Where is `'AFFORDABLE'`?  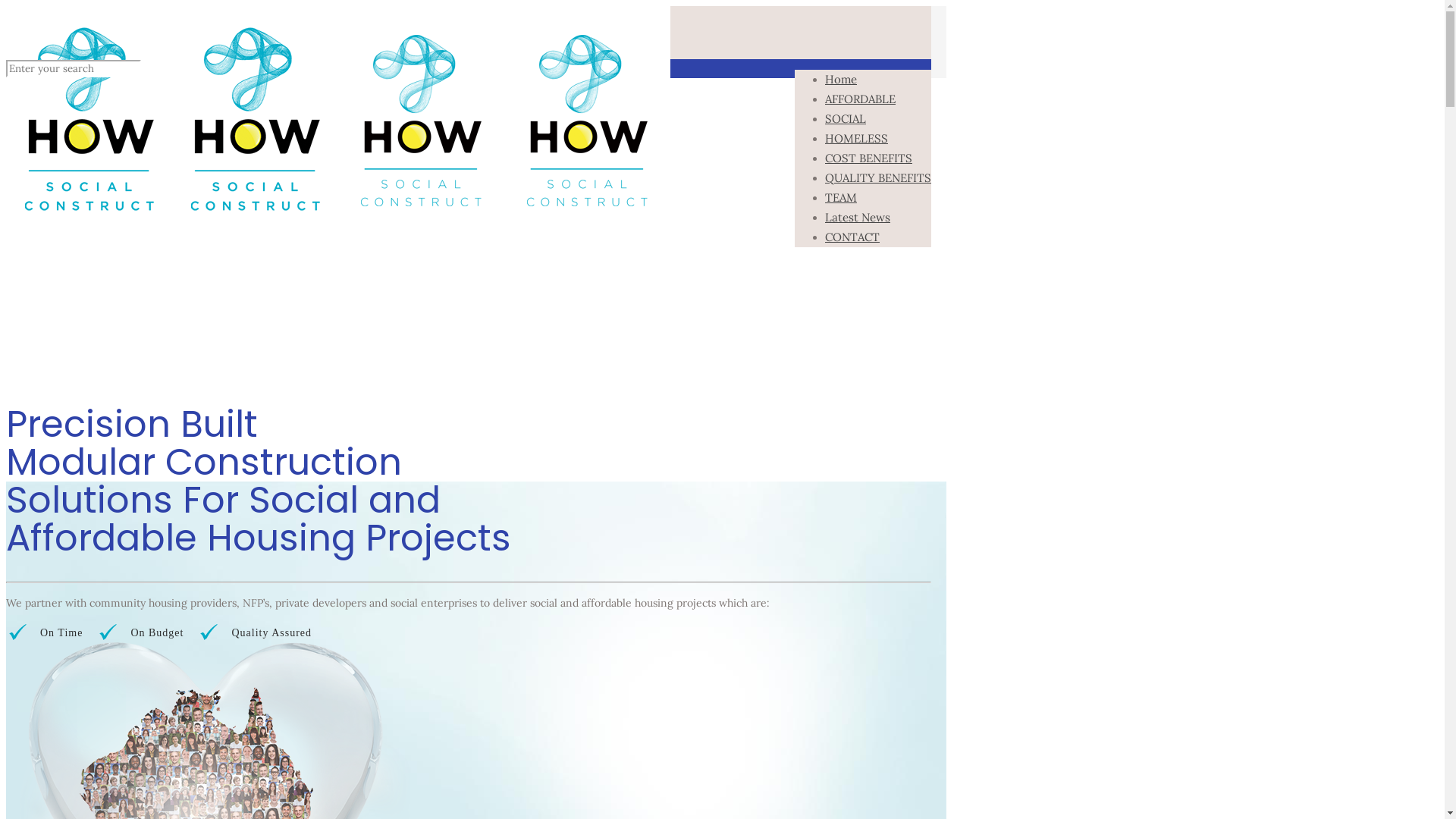 'AFFORDABLE' is located at coordinates (860, 99).